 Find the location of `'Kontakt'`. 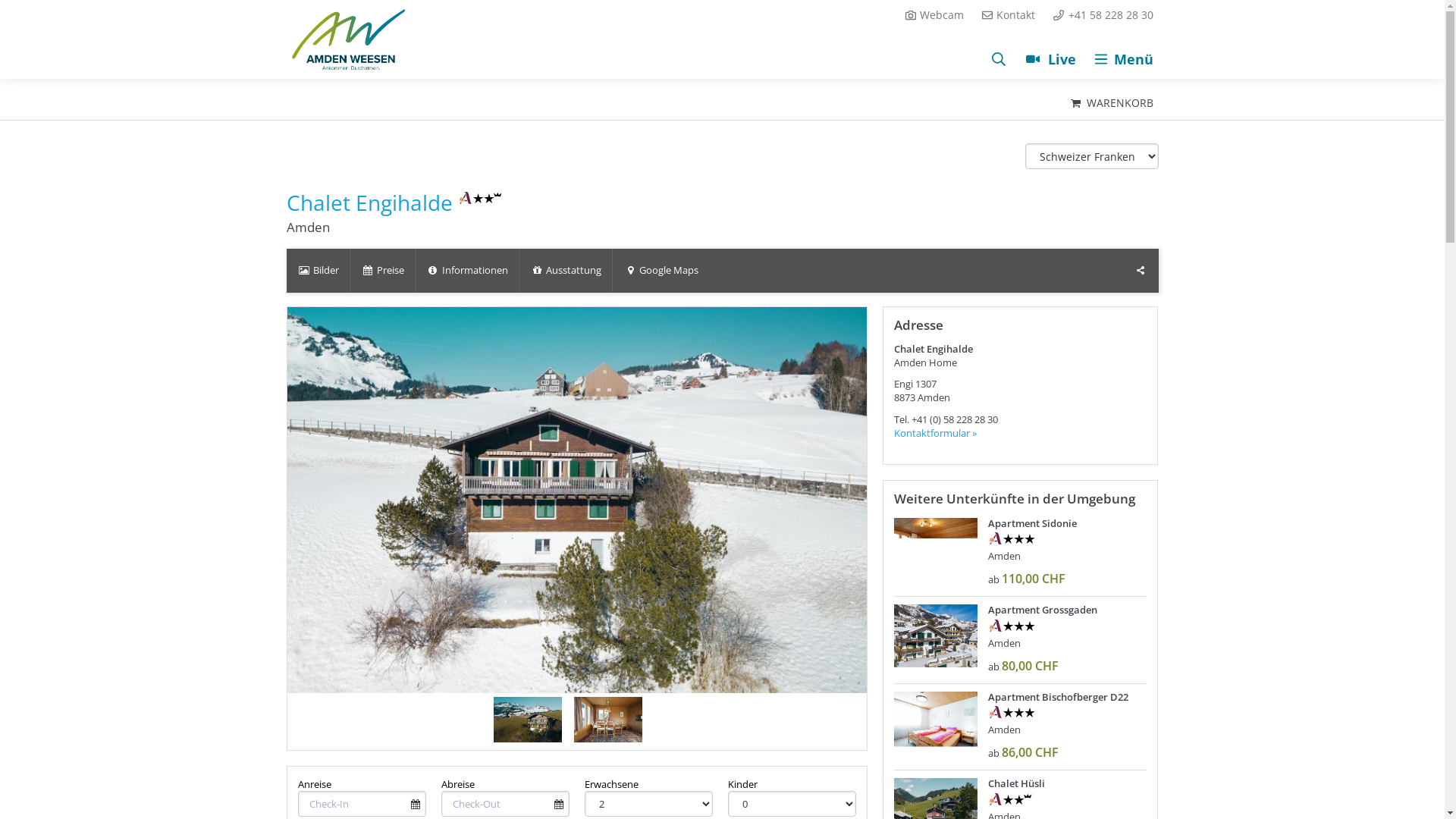

'Kontakt' is located at coordinates (1008, 15).